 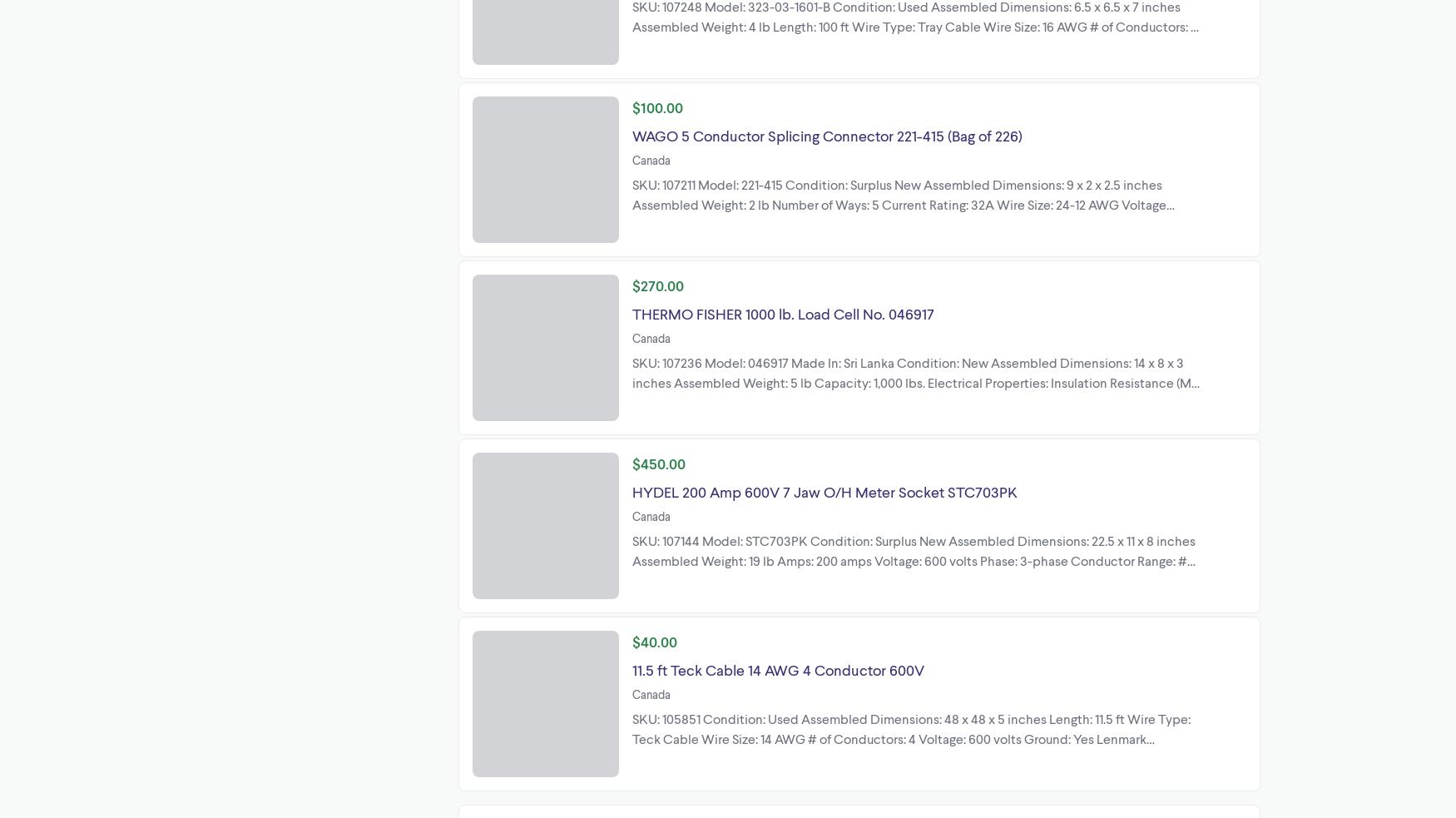 I want to click on '11.5 ft Teck Cable 14 AWG 4 Conductor 600V', so click(x=777, y=667).